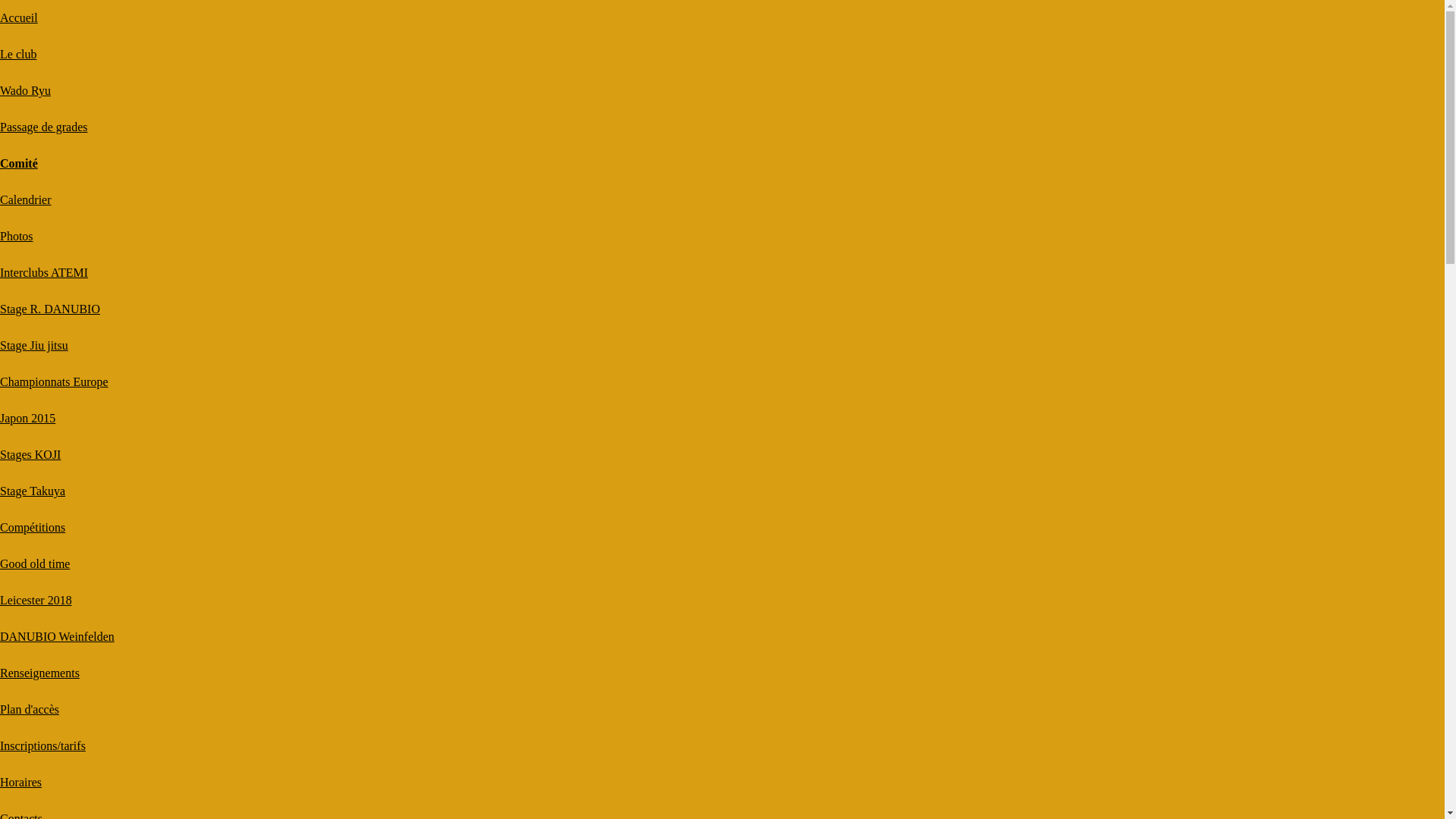 This screenshot has width=1456, height=819. Describe the element at coordinates (57, 636) in the screenshot. I see `'DANUBIO Weinfelden'` at that location.